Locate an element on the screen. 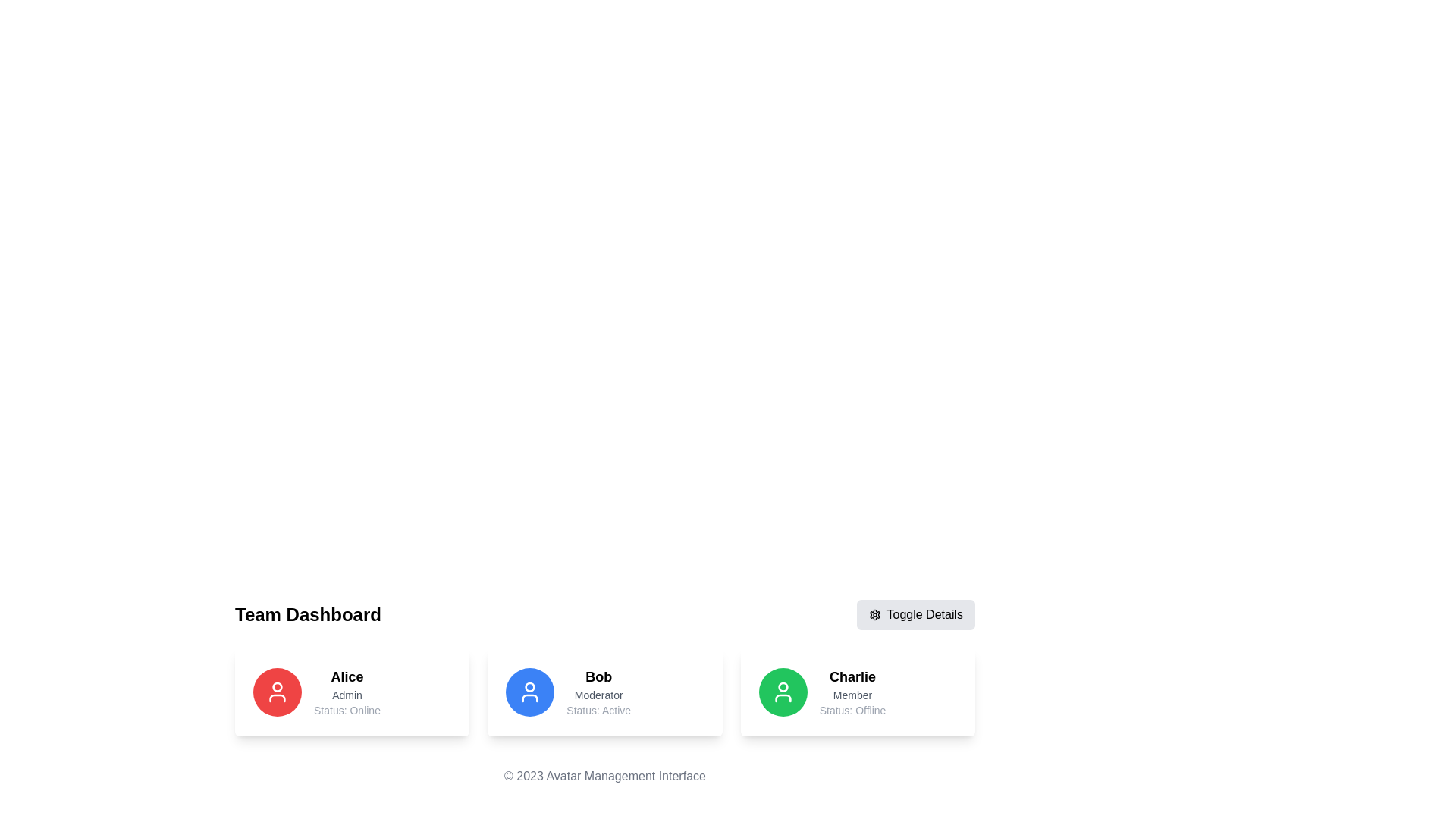 This screenshot has height=819, width=1456. the text label that indicates the role or designation of the user 'Charlie' in the Team Dashboard interface, which is centrally aligned below the name 'Charlie' and above the 'Status: Offline' text is located at coordinates (852, 695).